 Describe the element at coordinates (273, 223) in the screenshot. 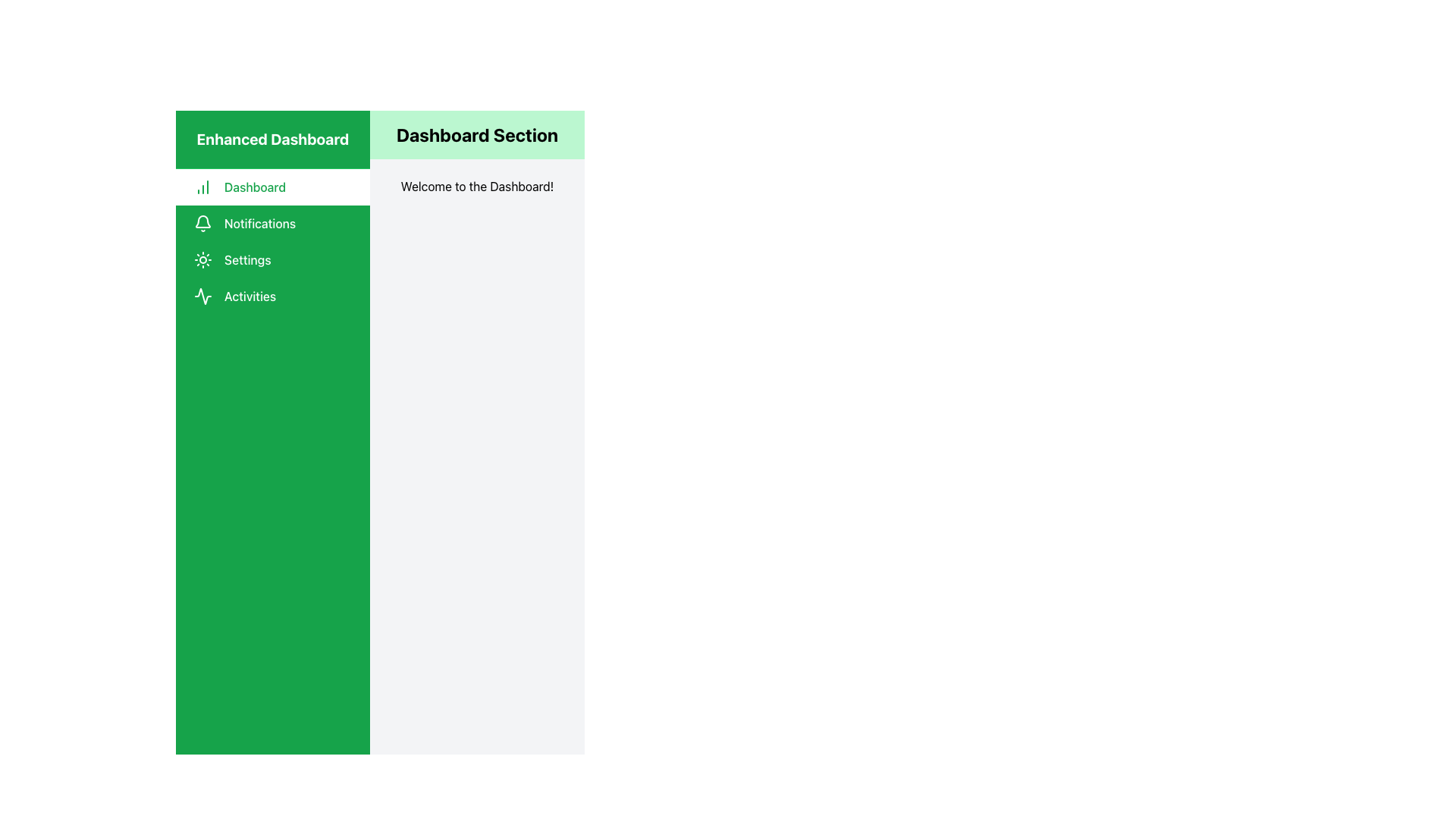

I see `the 'Notifications' button, which is the second item in the vertical menu on the left sidebar, featuring a green background and a bell icon with bold white text` at that location.